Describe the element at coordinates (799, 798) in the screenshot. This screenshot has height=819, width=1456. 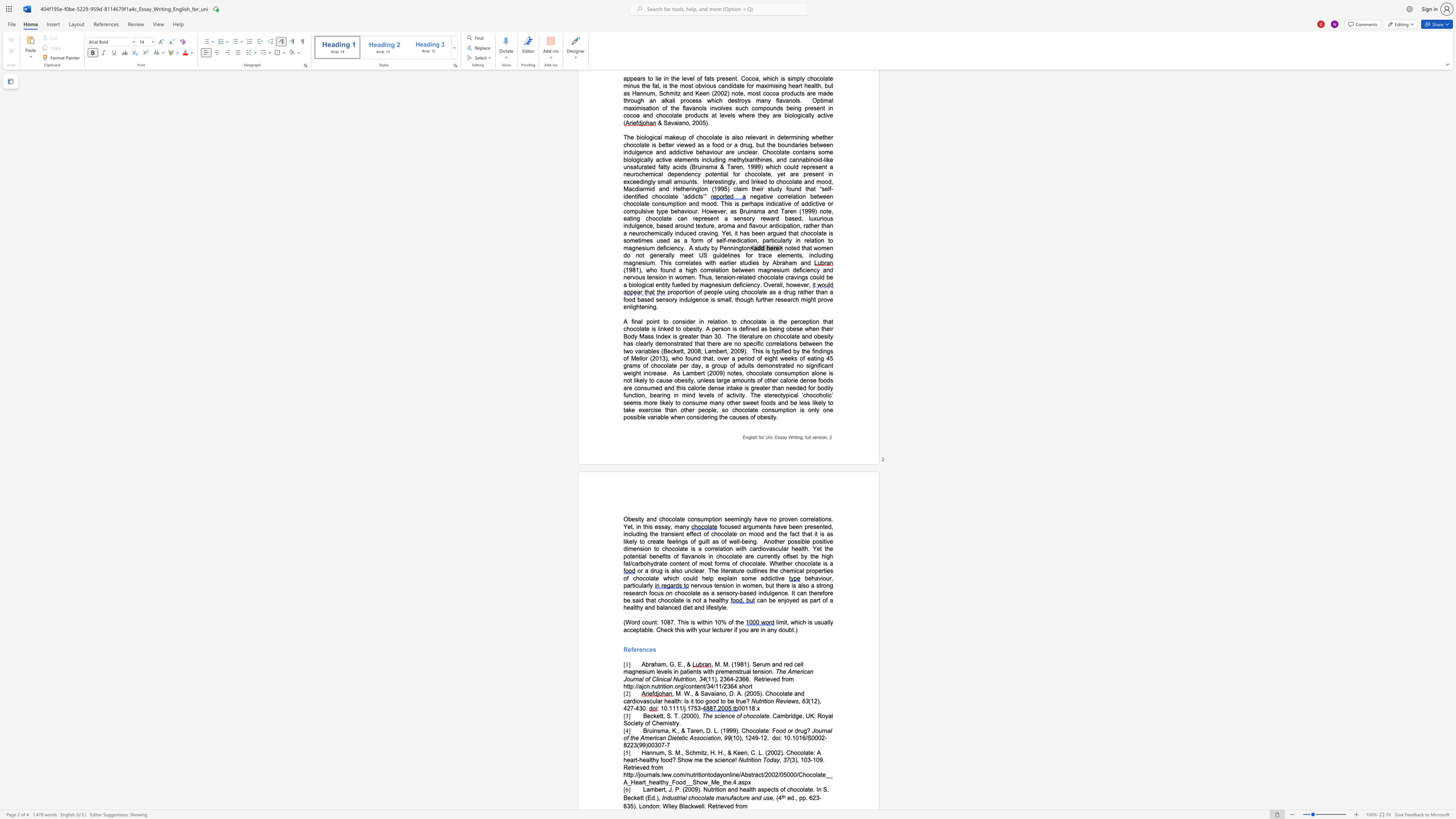
I see `the subset text "pp. 623-635). Lon" within the text "ed., pp. 623-635). London: Wiley Blackwell. Retrieved from"` at that location.